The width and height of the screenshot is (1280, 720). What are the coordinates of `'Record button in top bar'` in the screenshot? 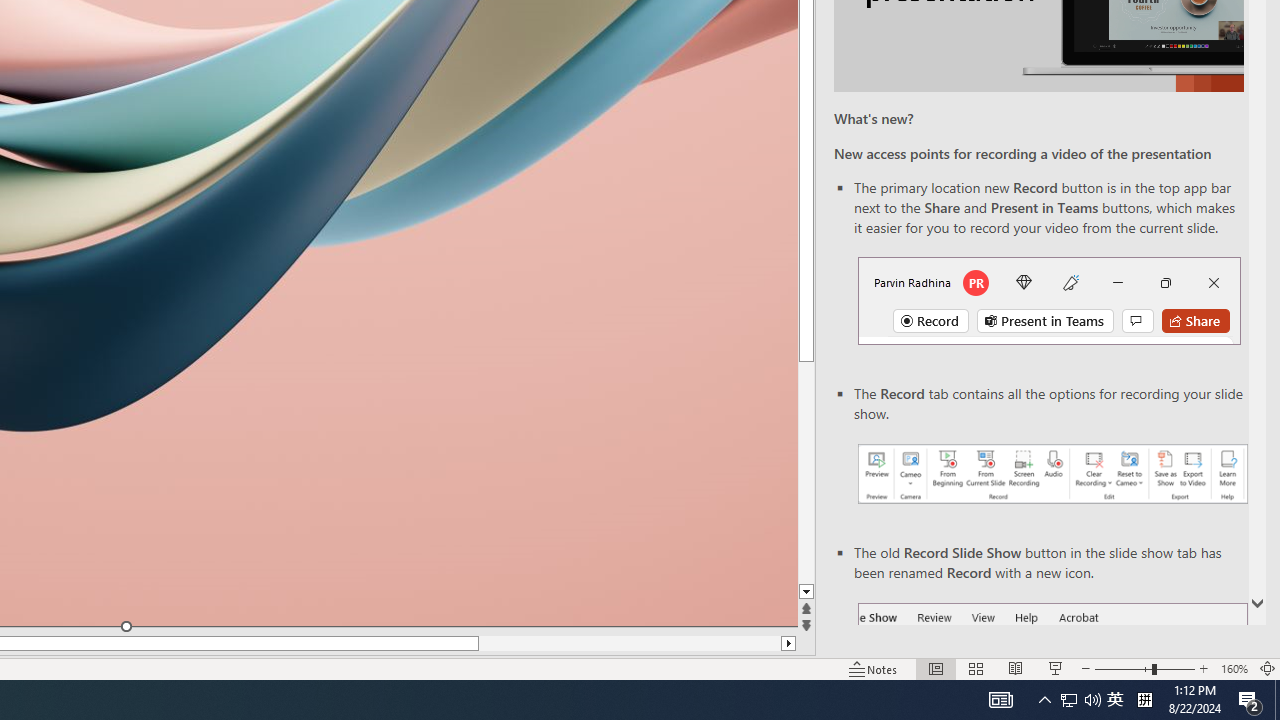 It's located at (1048, 300).